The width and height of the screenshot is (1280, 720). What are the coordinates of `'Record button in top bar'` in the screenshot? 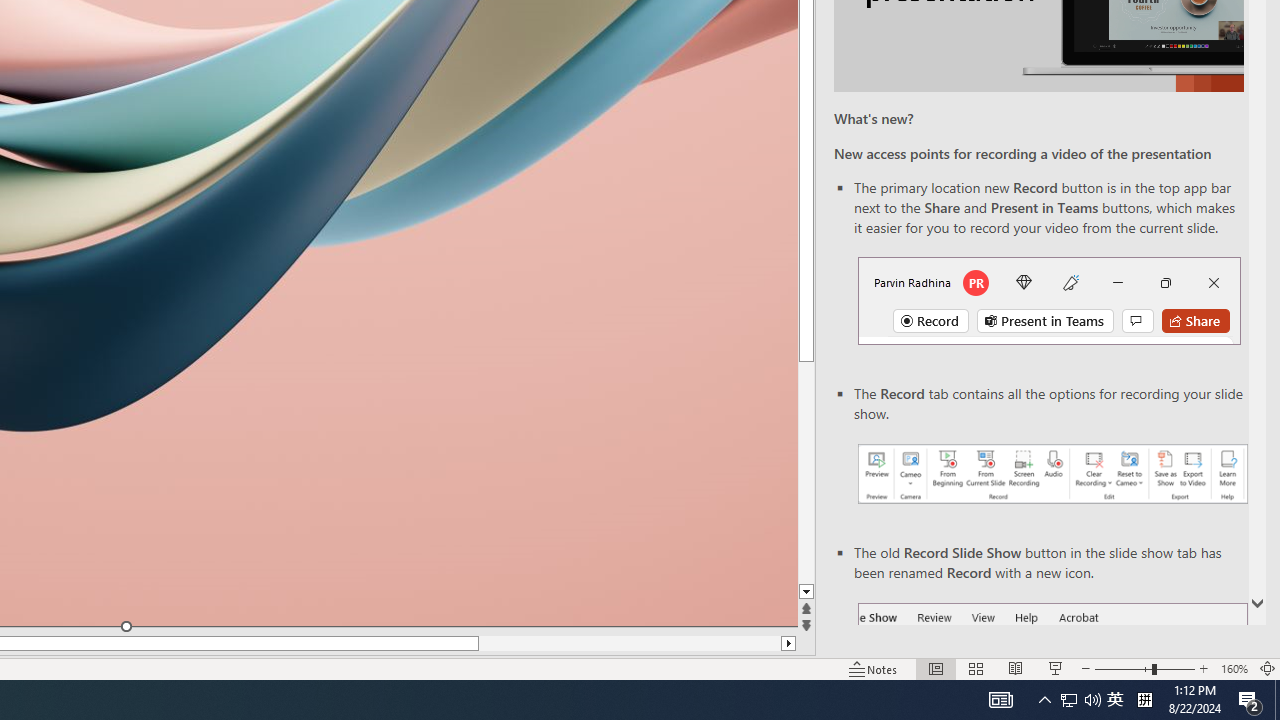 It's located at (1048, 300).